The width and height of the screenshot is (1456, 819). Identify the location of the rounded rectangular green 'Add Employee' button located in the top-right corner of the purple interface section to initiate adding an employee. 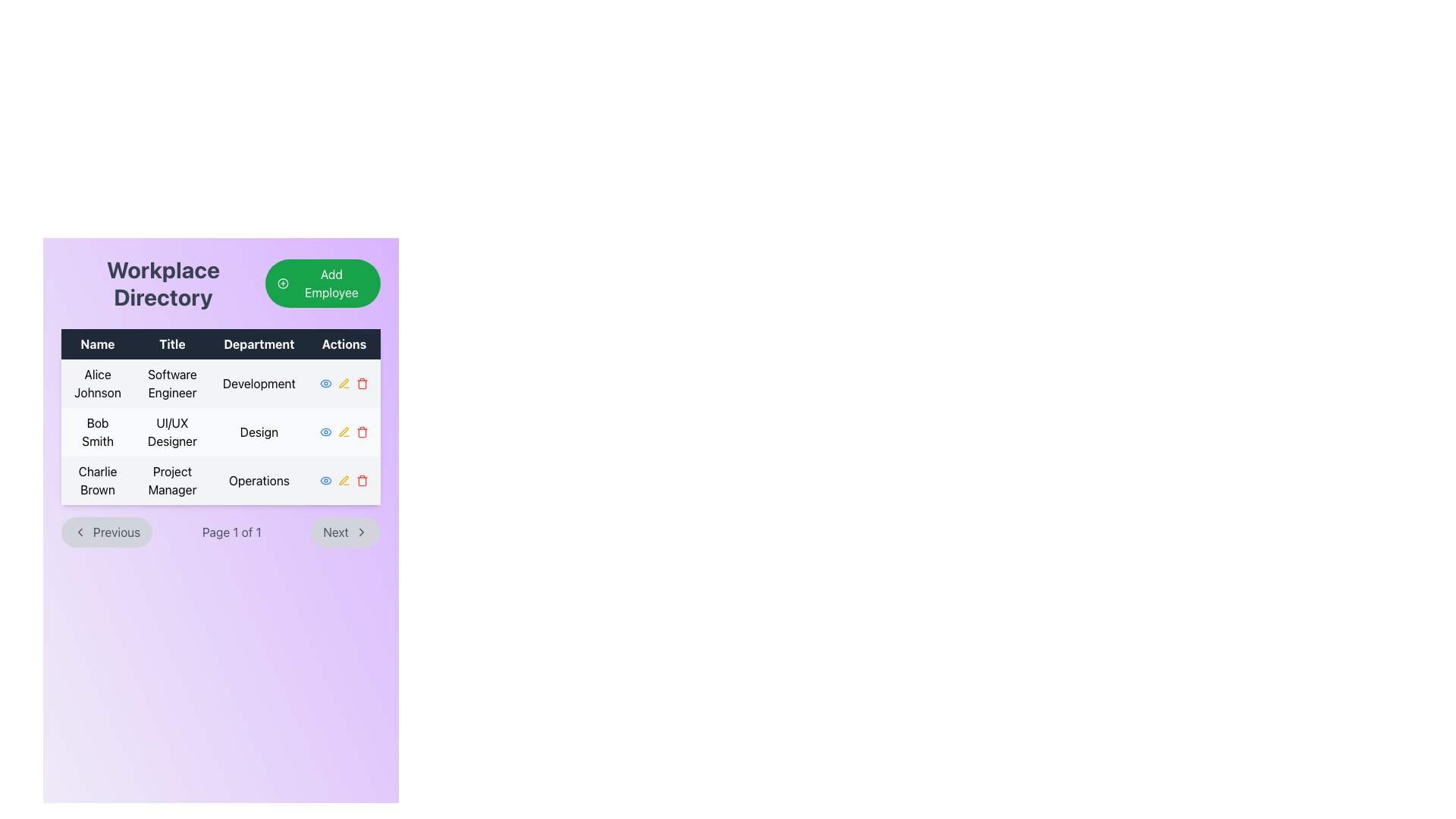
(322, 284).